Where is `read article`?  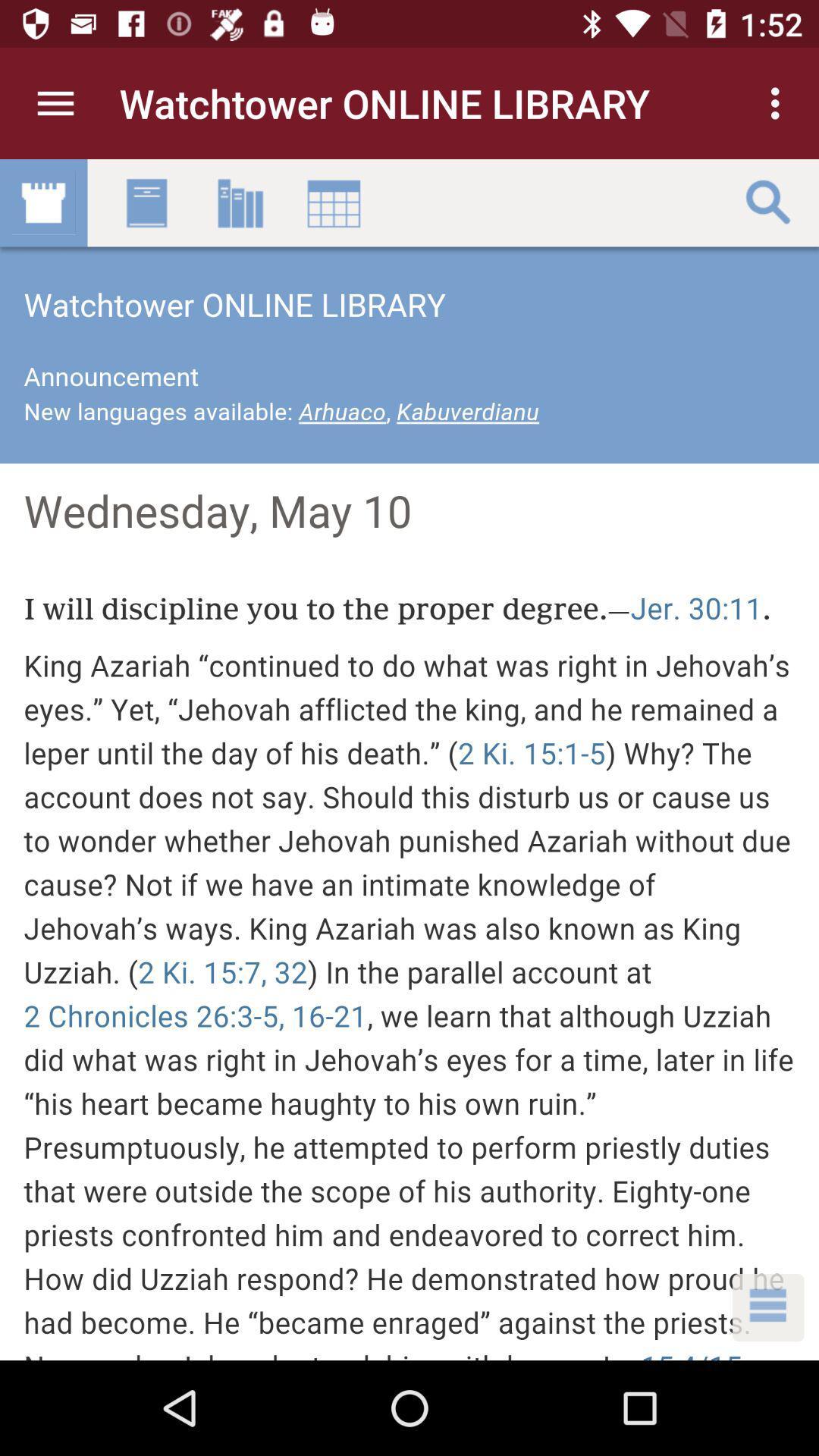
read article is located at coordinates (409, 760).